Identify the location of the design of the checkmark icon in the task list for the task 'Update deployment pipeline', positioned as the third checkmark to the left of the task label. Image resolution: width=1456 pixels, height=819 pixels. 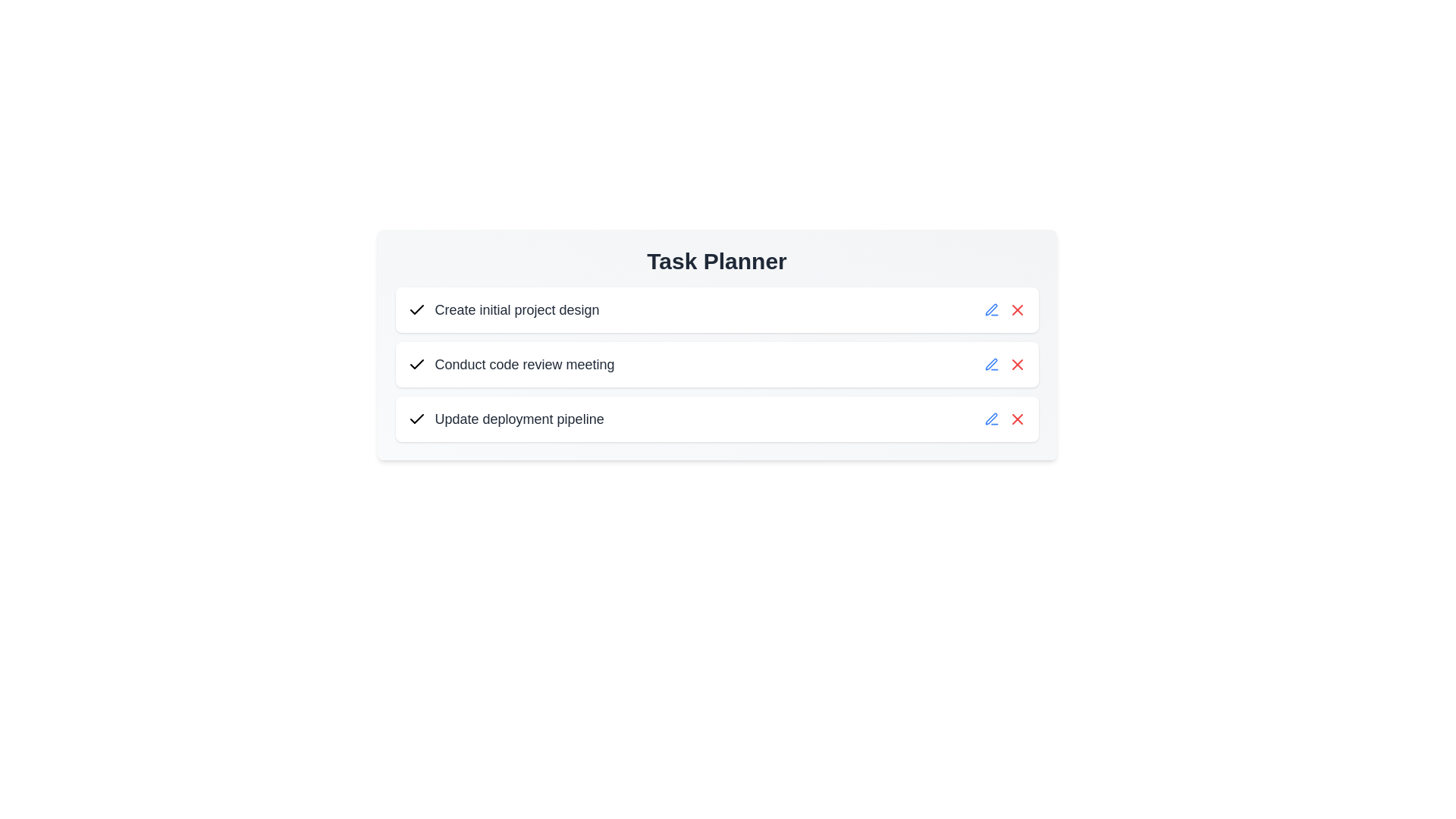
(416, 419).